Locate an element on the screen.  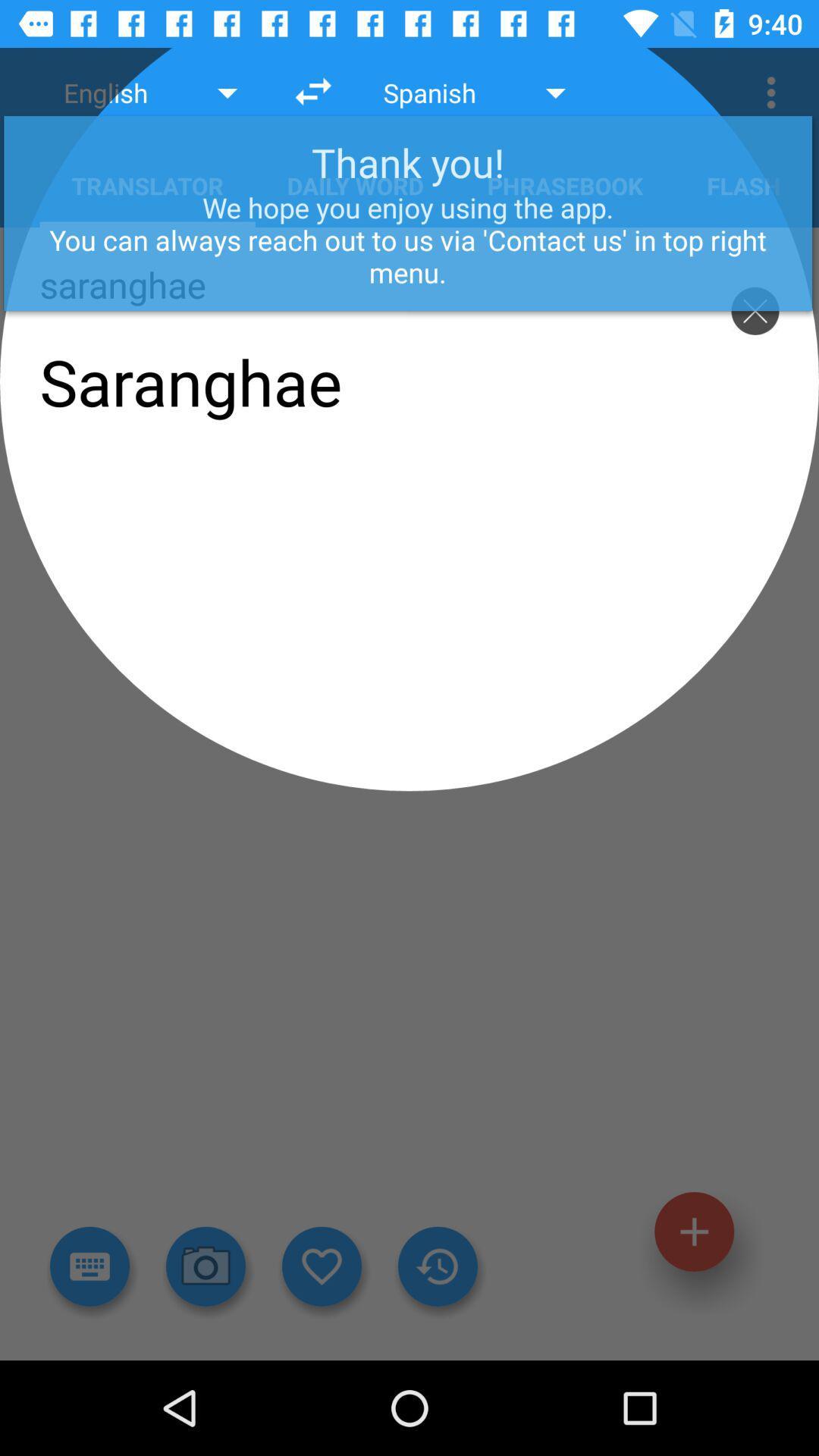
the photo icon is located at coordinates (206, 1266).